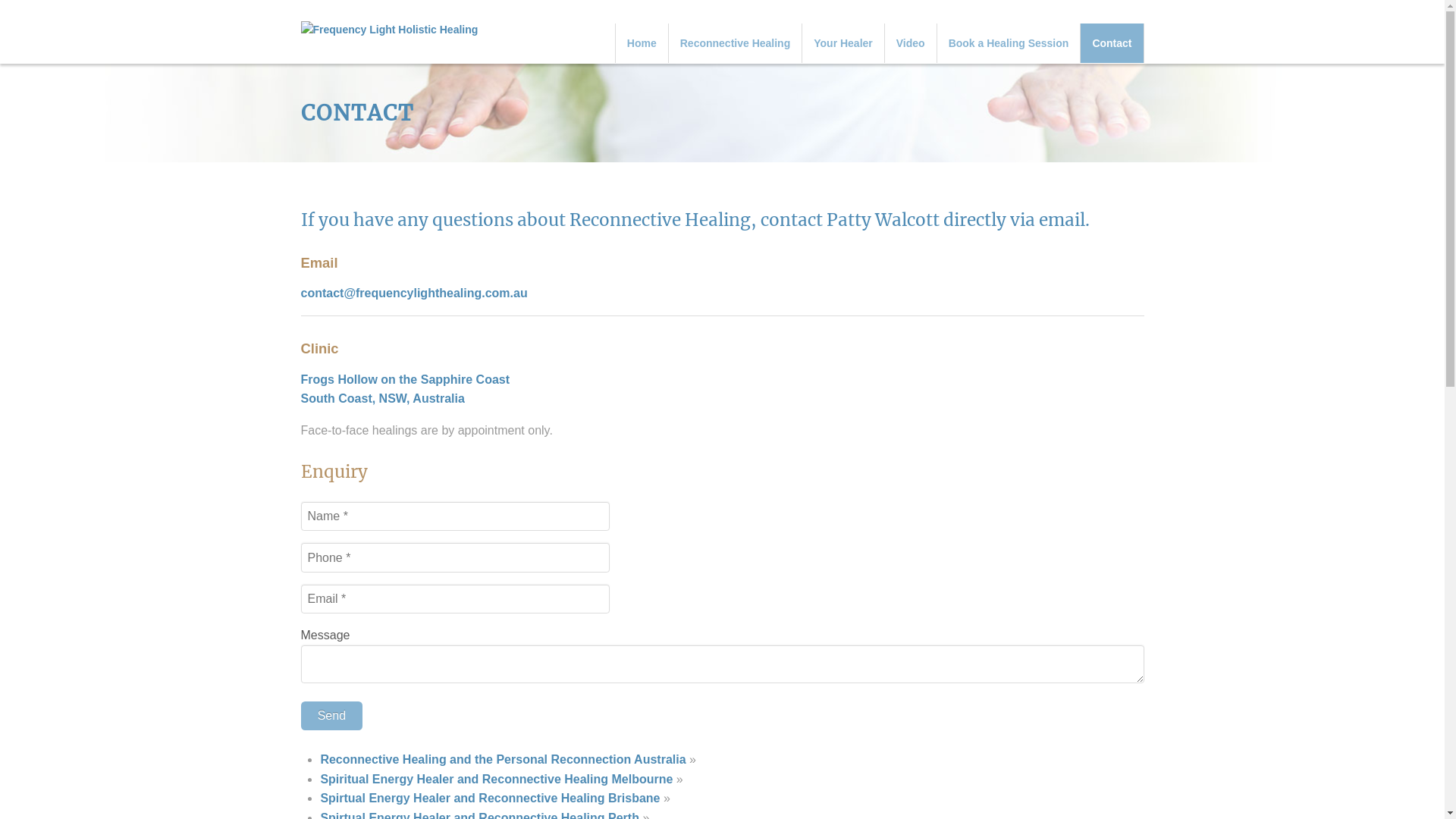 This screenshot has width=1456, height=819. What do you see at coordinates (389, 30) in the screenshot?
I see `'Energy Healer and Reconnective Healing Sydney Australia'` at bounding box center [389, 30].